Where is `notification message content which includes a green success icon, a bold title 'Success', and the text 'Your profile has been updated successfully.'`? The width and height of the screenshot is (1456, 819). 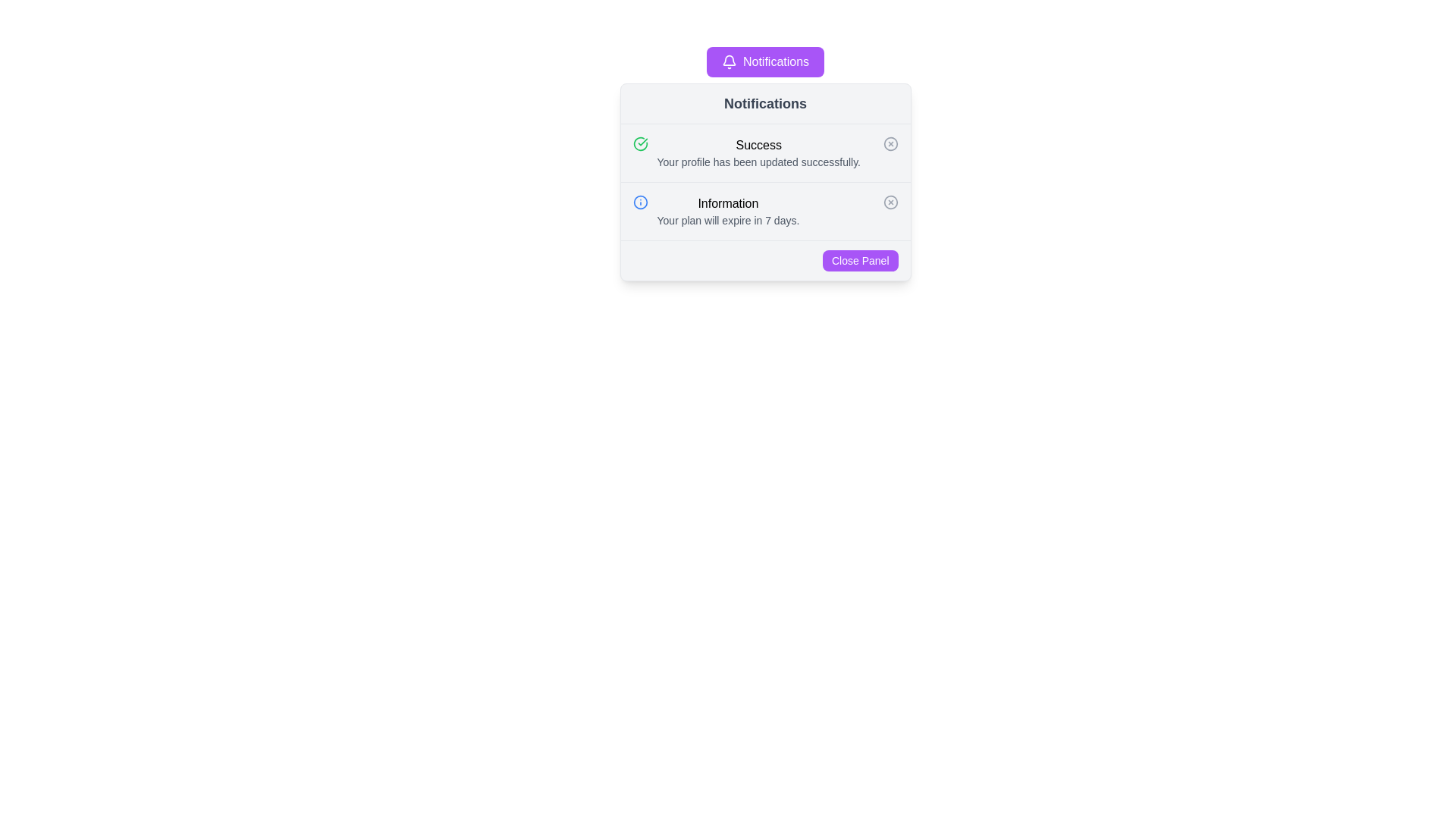
notification message content which includes a green success icon, a bold title 'Success', and the text 'Your profile has been updated successfully.' is located at coordinates (765, 152).